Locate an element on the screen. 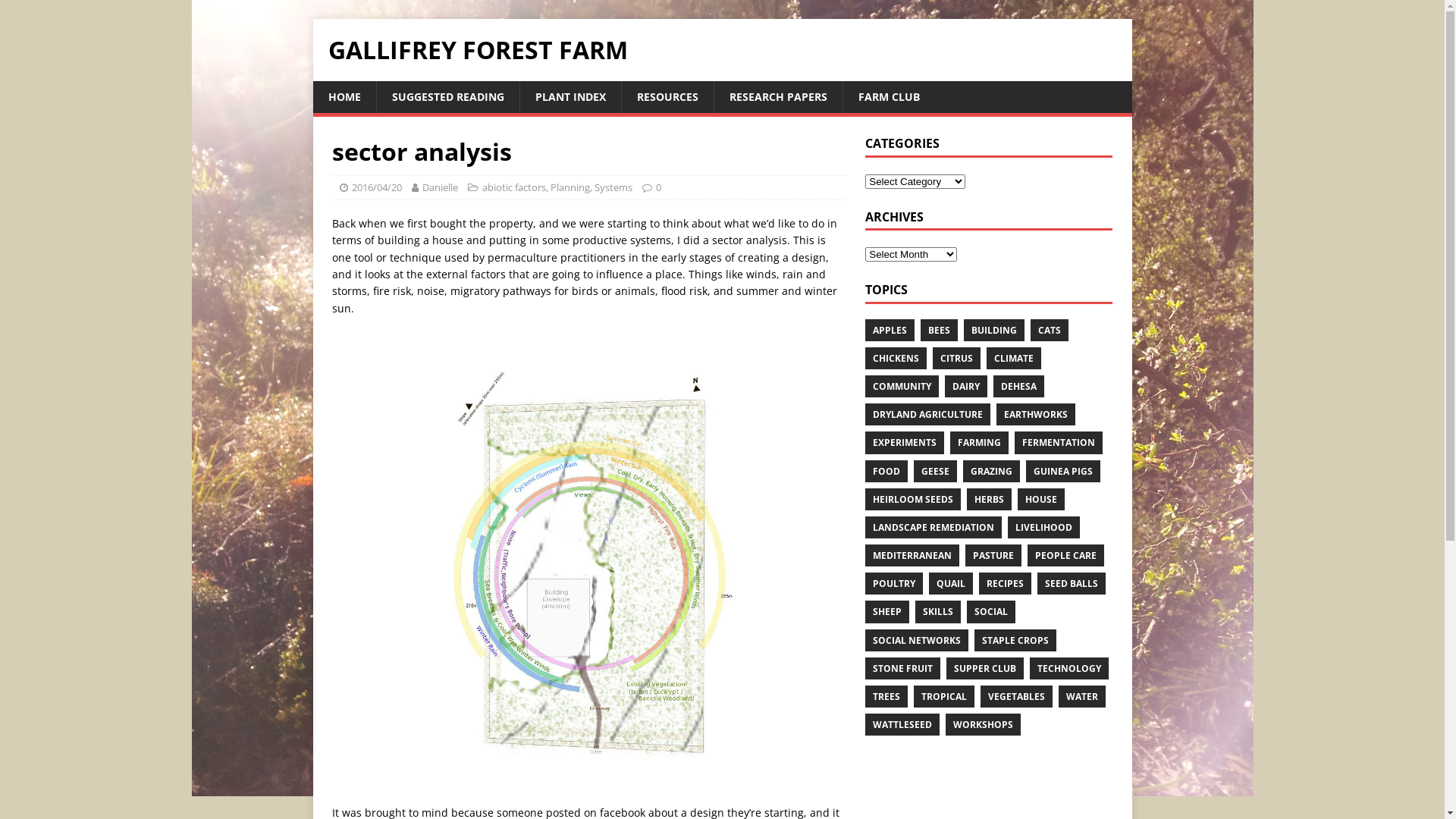 Image resolution: width=1456 pixels, height=819 pixels. '0' is located at coordinates (657, 186).